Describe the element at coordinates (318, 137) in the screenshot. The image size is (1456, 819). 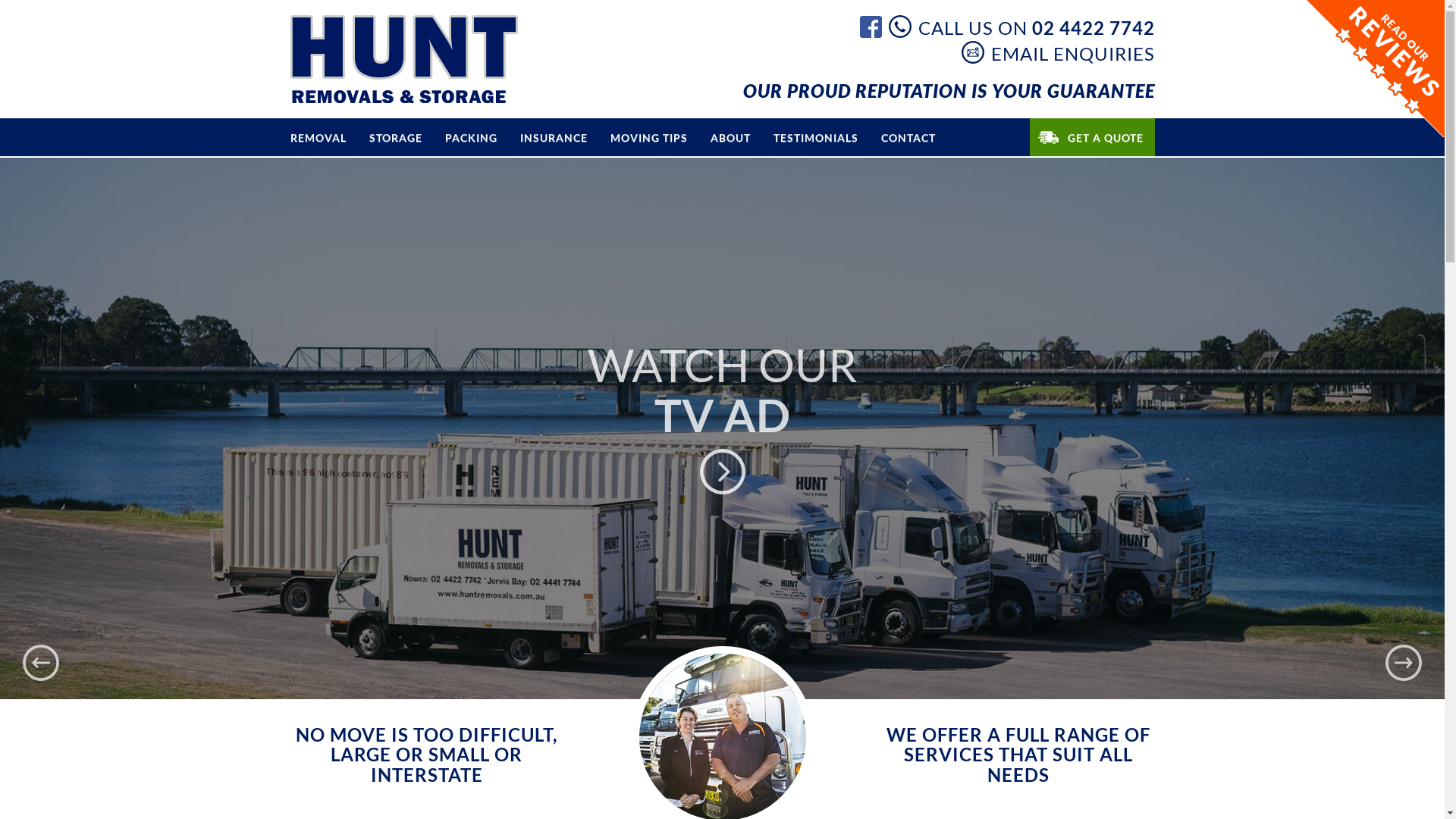
I see `'REMOVAL'` at that location.